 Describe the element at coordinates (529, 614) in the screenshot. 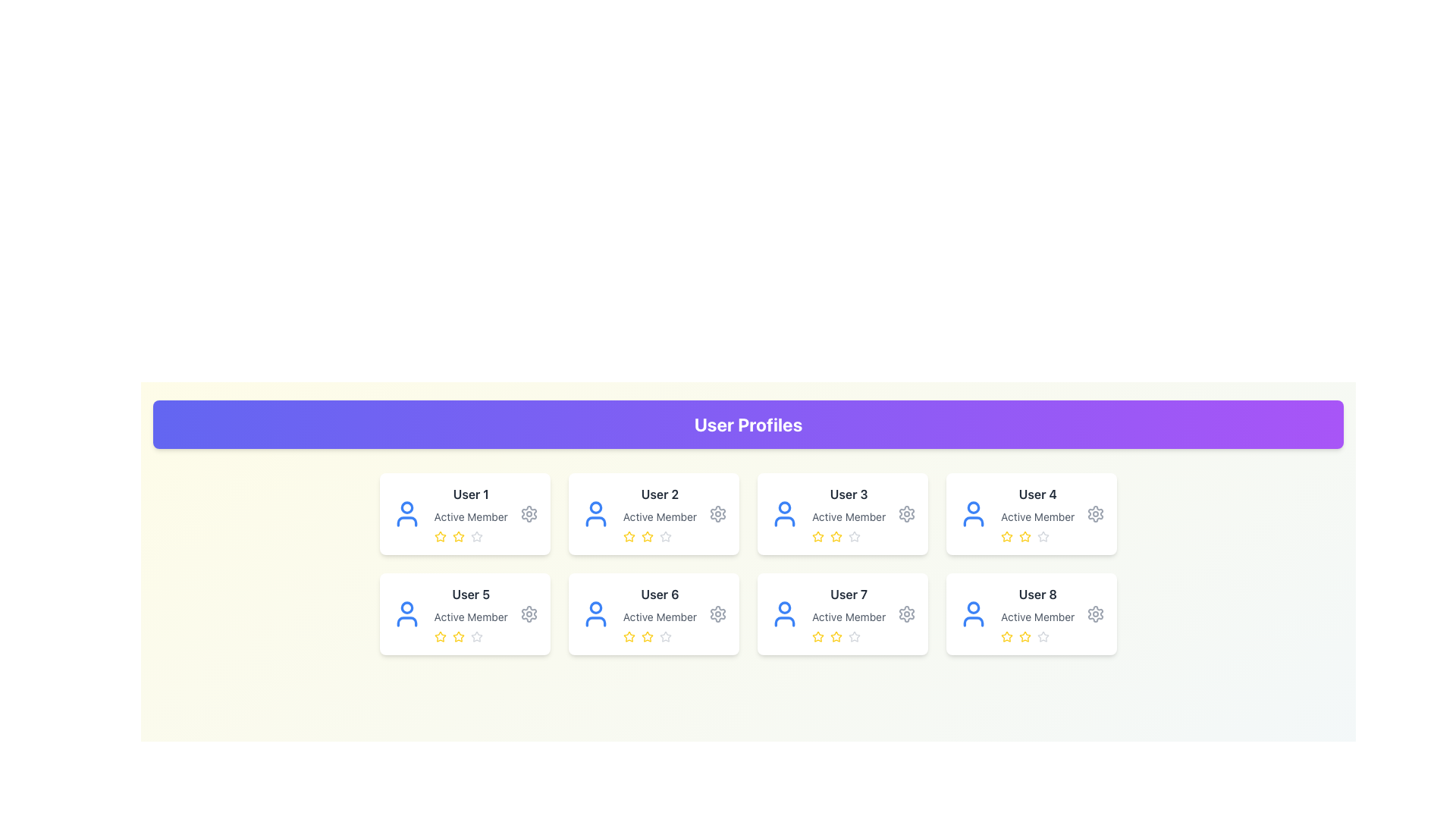

I see `the gray gear icon button located in the bottom-right corner of the user card for 'User 5'` at that location.